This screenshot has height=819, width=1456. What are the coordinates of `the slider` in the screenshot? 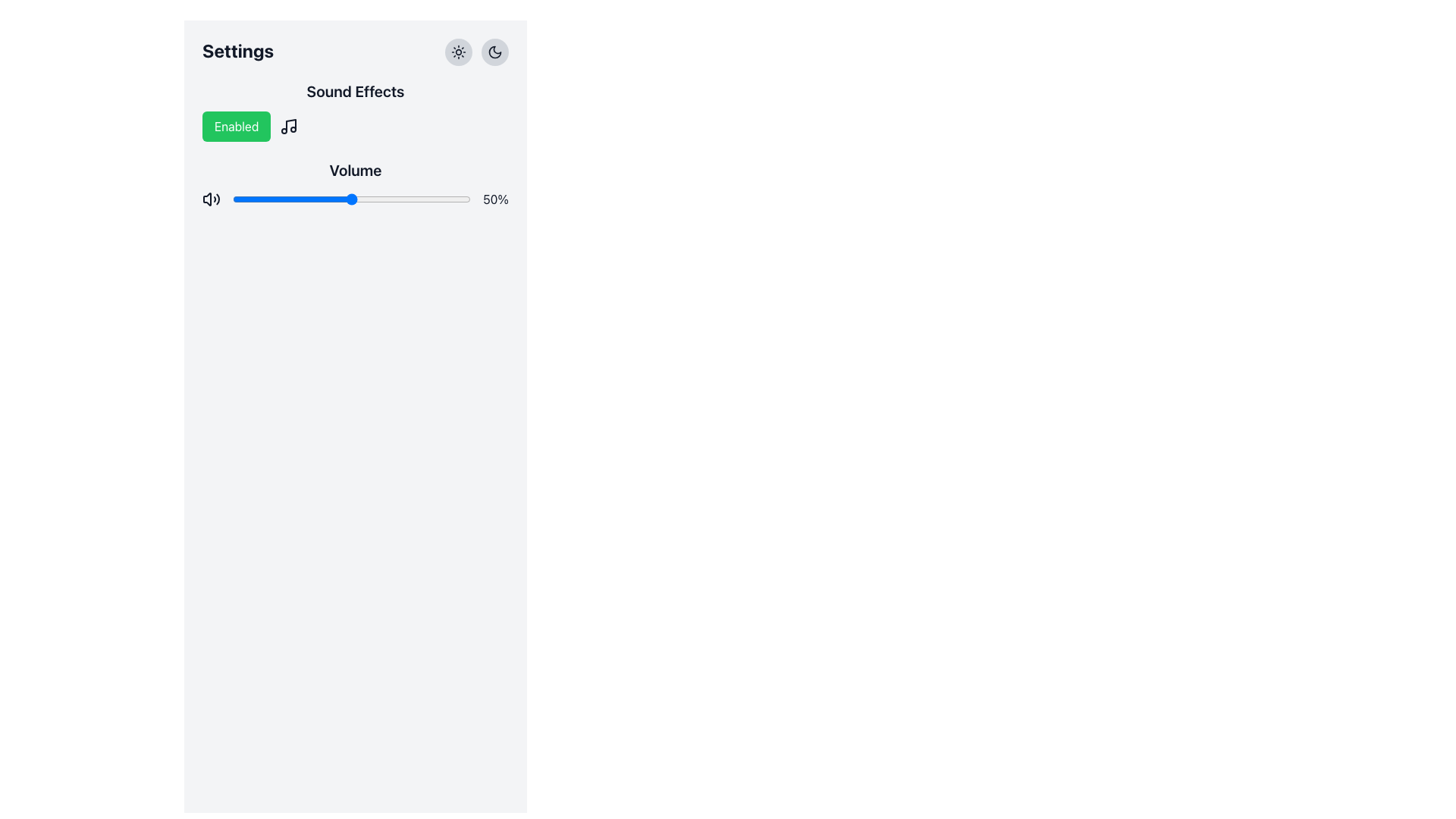 It's located at (378, 198).